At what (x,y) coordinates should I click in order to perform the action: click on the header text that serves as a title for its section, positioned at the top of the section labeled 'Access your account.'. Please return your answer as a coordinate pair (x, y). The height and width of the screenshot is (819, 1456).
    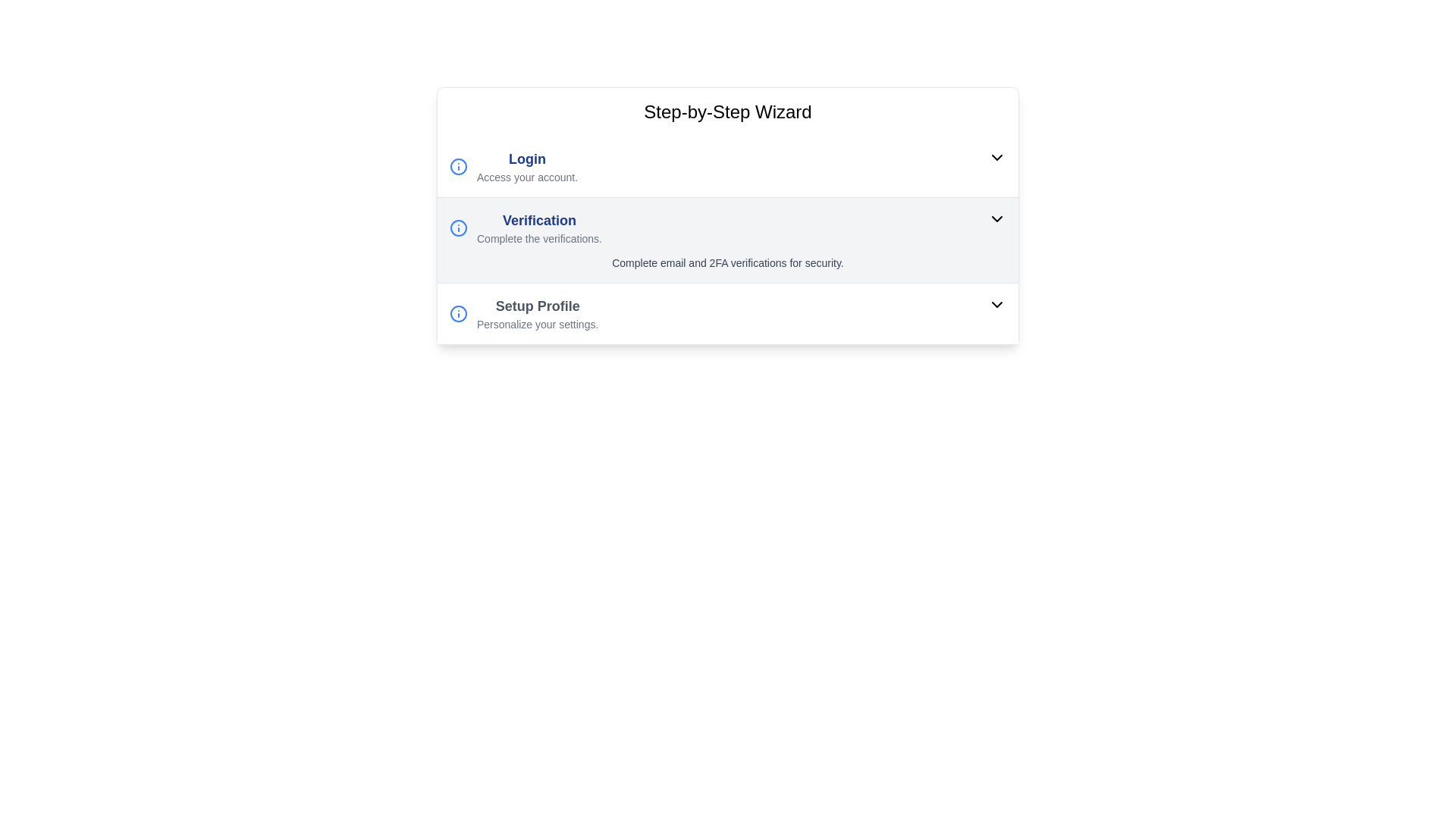
    Looking at the image, I should click on (527, 158).